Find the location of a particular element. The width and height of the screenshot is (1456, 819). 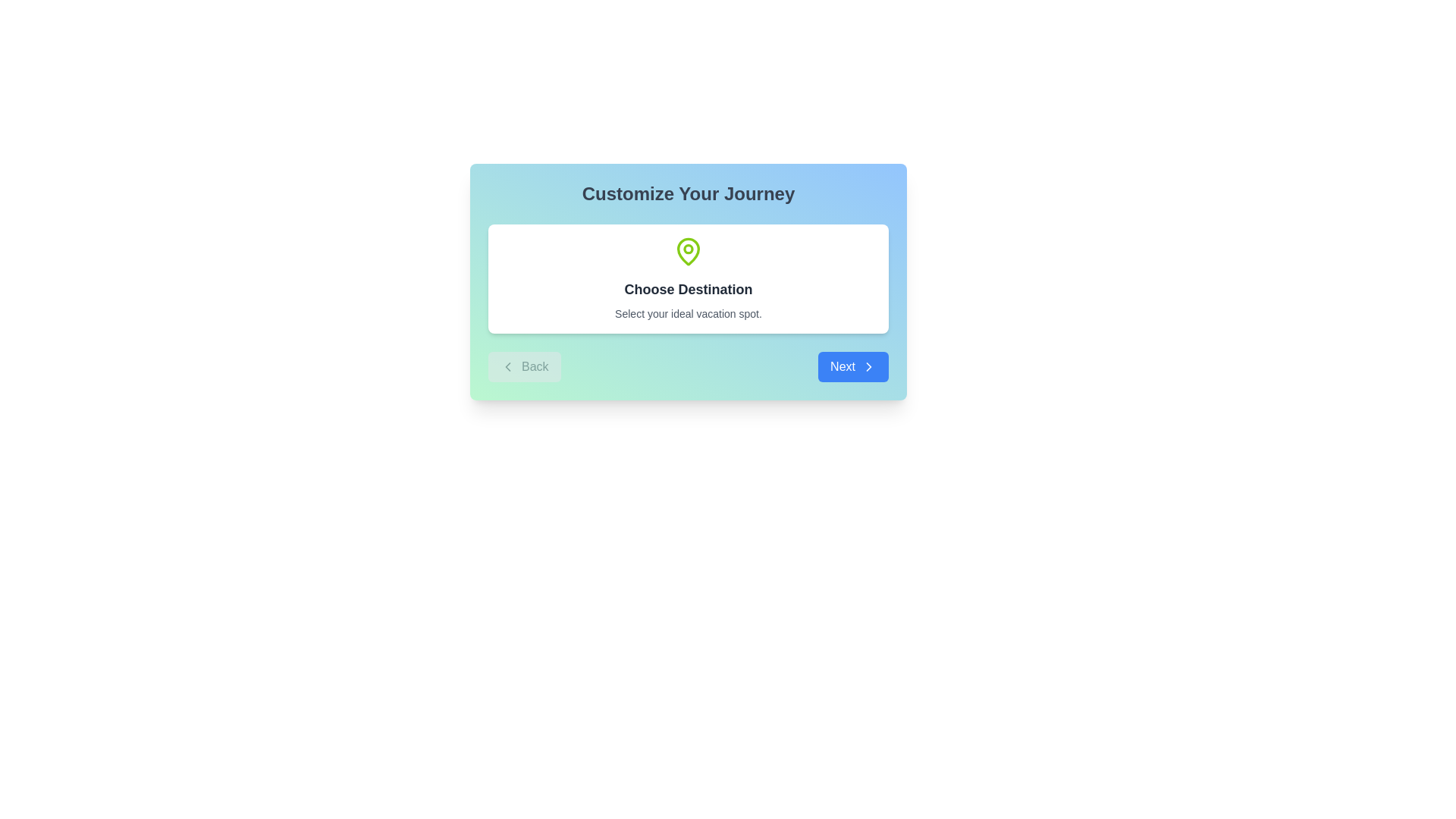

the instructional Text Label located directly below the 'Choose Destination' text, which provides guiding information to the user is located at coordinates (687, 312).